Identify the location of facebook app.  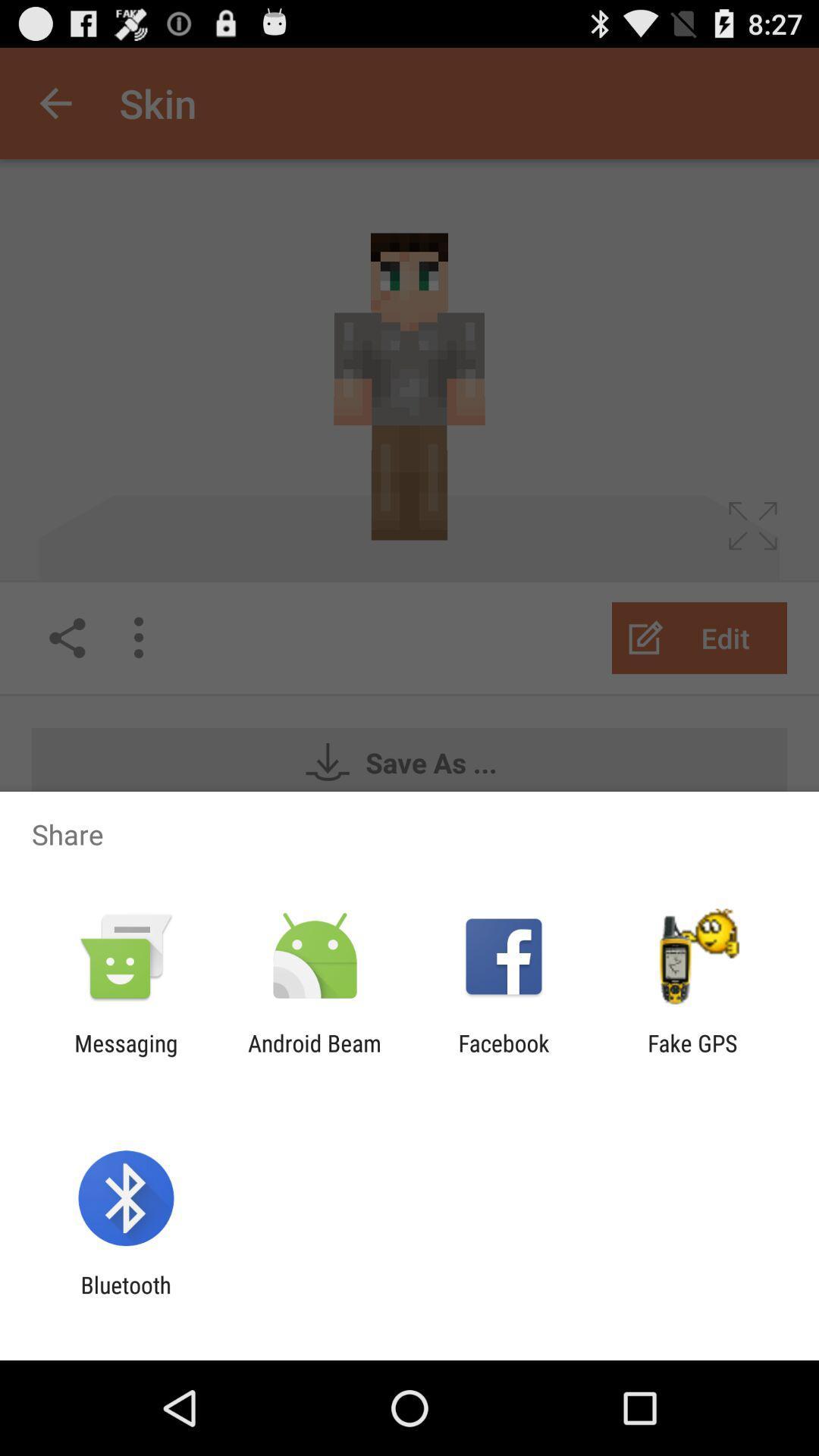
(504, 1056).